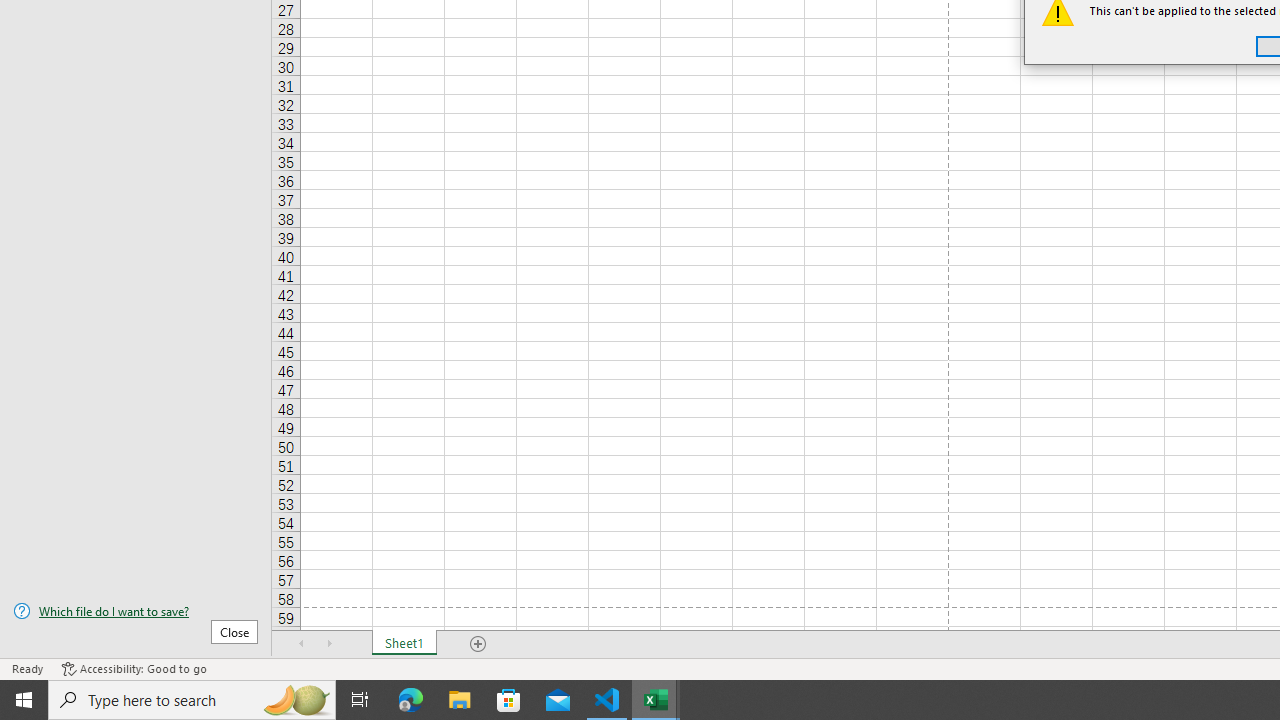 The image size is (1280, 720). Describe the element at coordinates (403, 644) in the screenshot. I see `'Sheet1'` at that location.